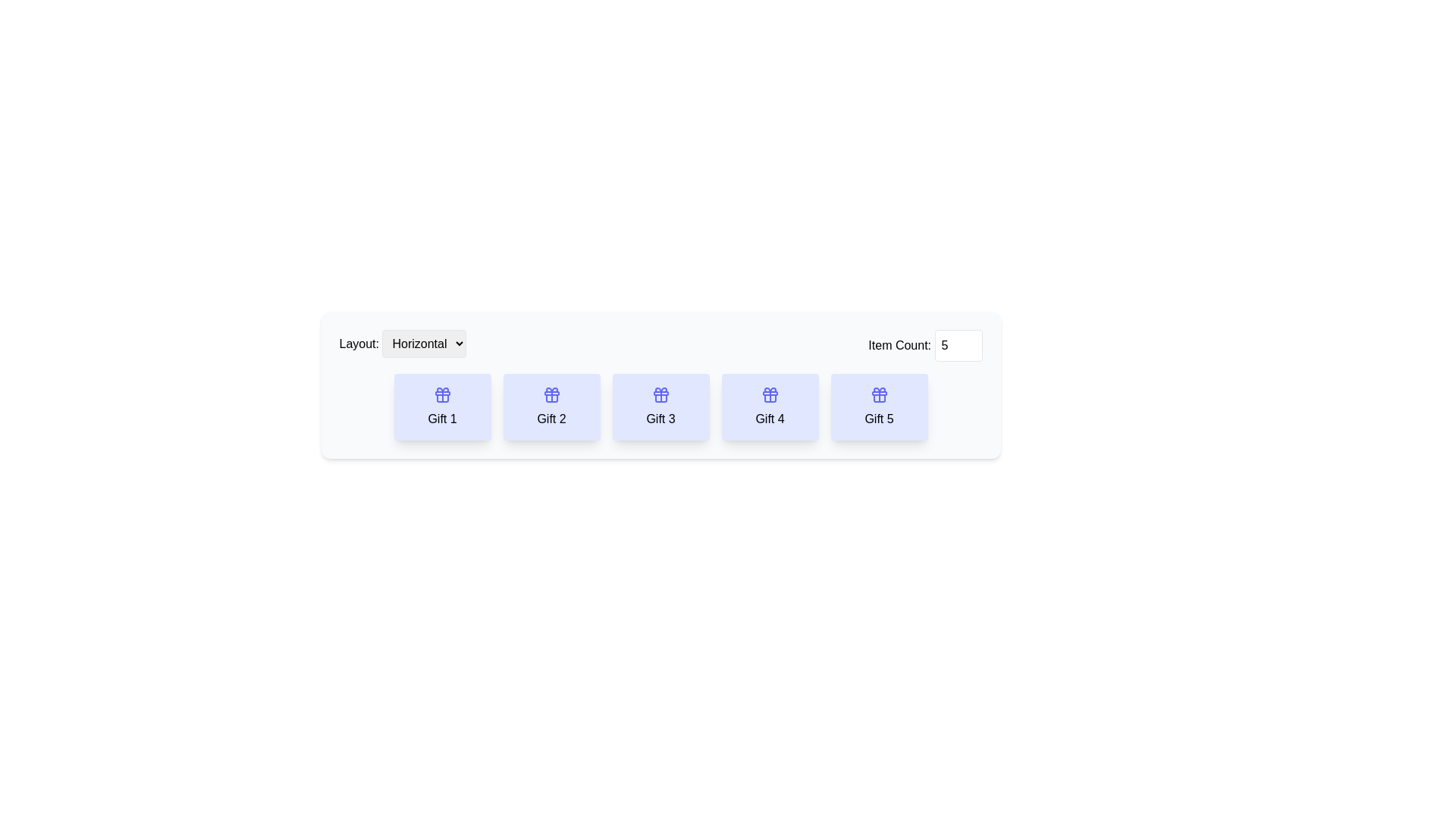 The width and height of the screenshot is (1456, 819). What do you see at coordinates (424, 344) in the screenshot?
I see `the Dropdown menu located near the top-left corner of the UI section, to the right of the label 'Layout', which allows users to choose between 'Horizontal' and 'Vertical' layout options` at bounding box center [424, 344].